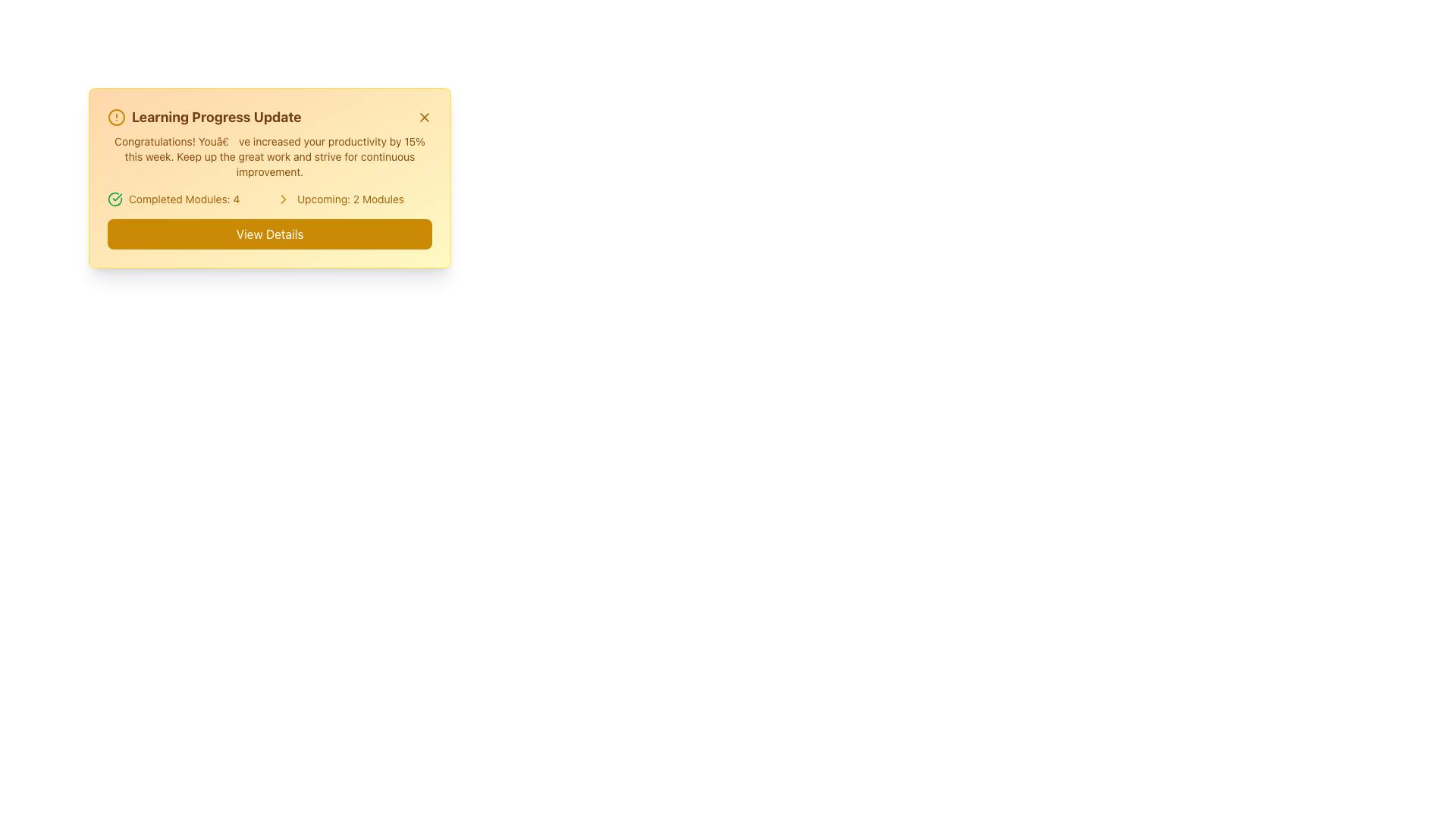  What do you see at coordinates (425, 116) in the screenshot?
I see `the close button located at the top-right corner of the notification card, adjacent to the text 'Learning Progress Update', to observe any interactive styling` at bounding box center [425, 116].